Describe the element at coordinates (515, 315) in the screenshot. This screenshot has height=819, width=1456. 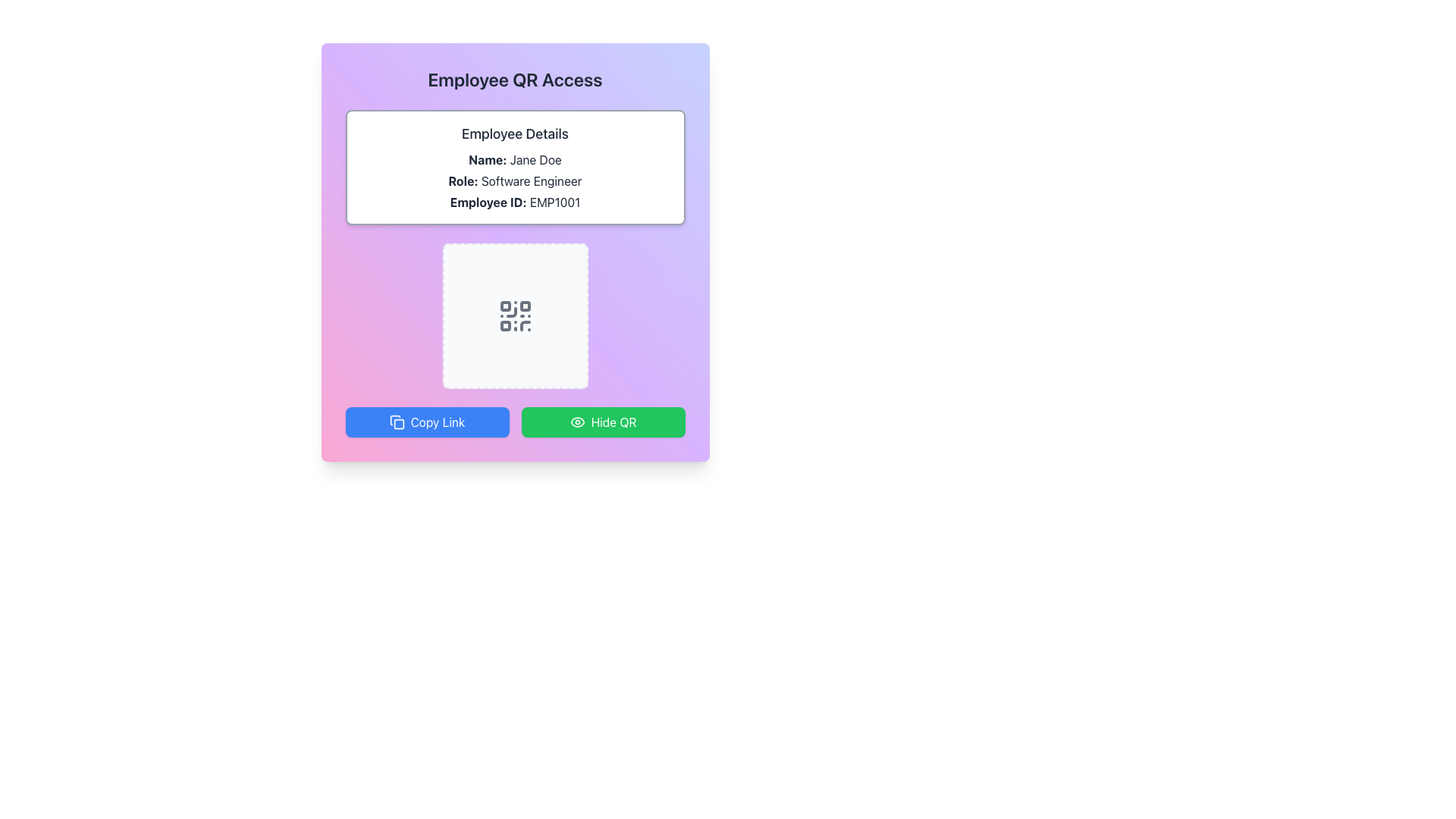
I see `the QR code icon that is centrally positioned within a dashed gray-bordered square box below the 'Employee Details' card` at that location.